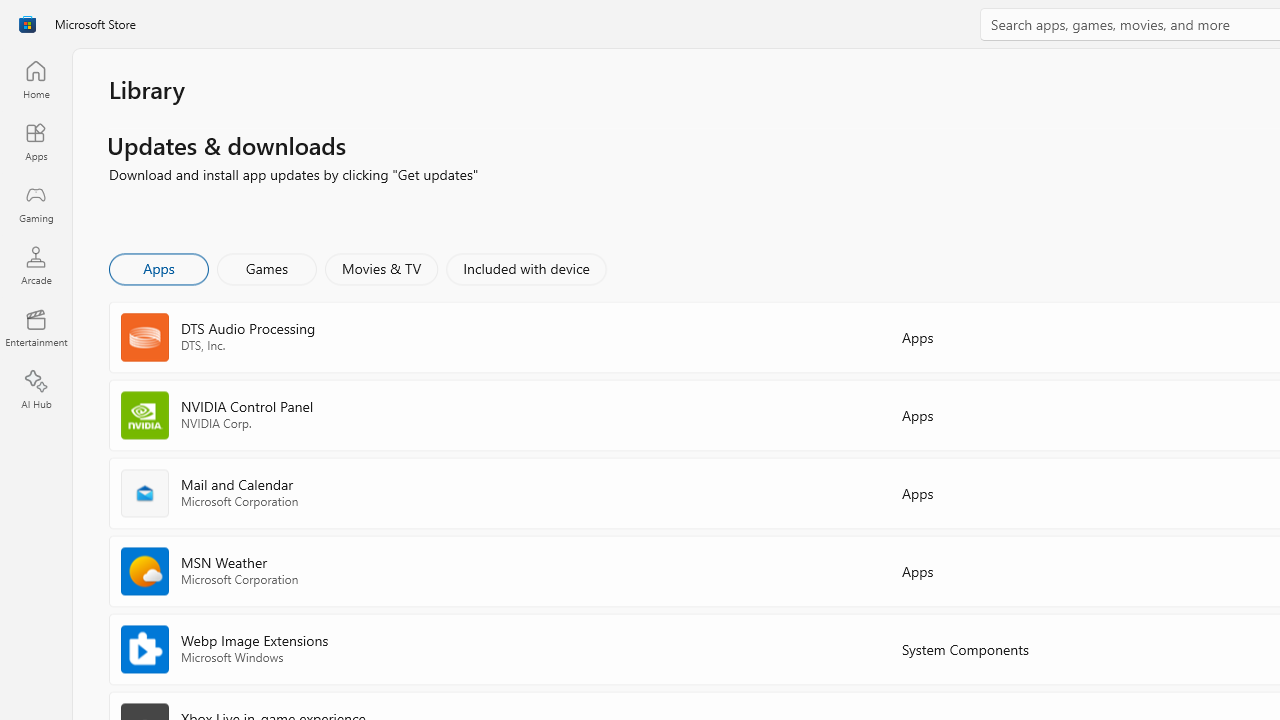 This screenshot has height=720, width=1280. Describe the element at coordinates (35, 203) in the screenshot. I see `'Gaming'` at that location.